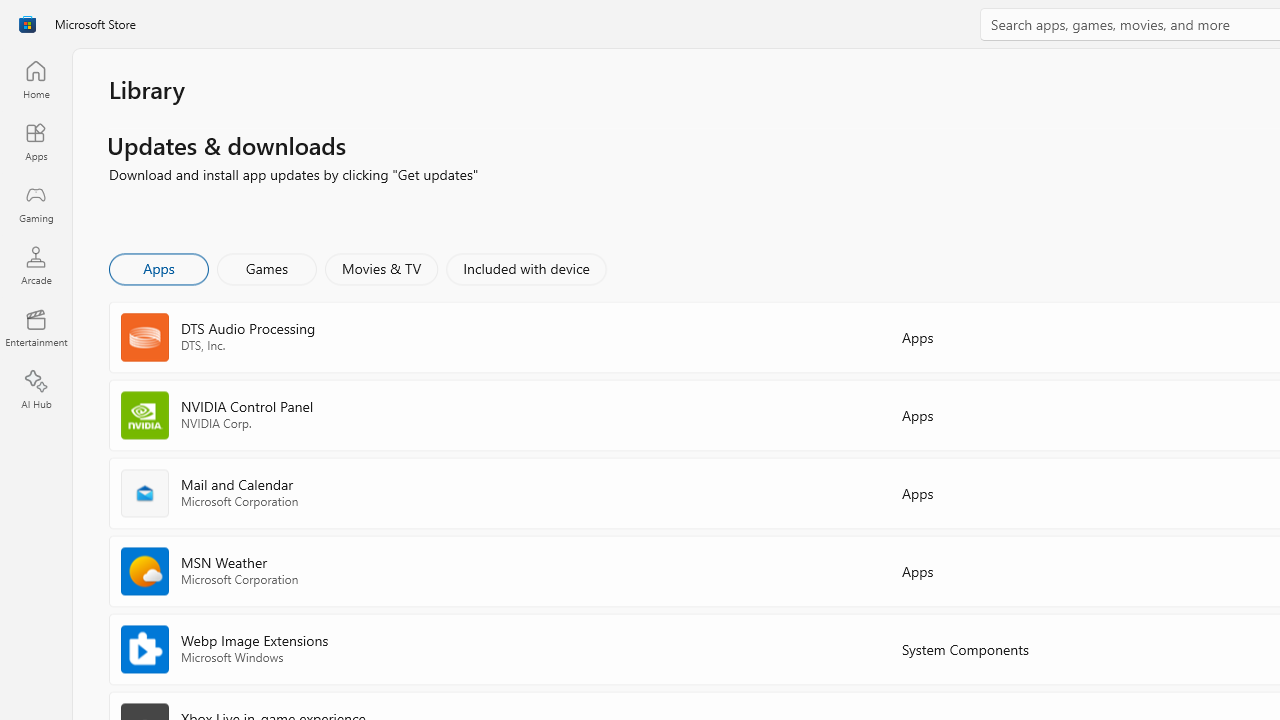 This screenshot has height=720, width=1280. Describe the element at coordinates (35, 203) in the screenshot. I see `'Gaming'` at that location.